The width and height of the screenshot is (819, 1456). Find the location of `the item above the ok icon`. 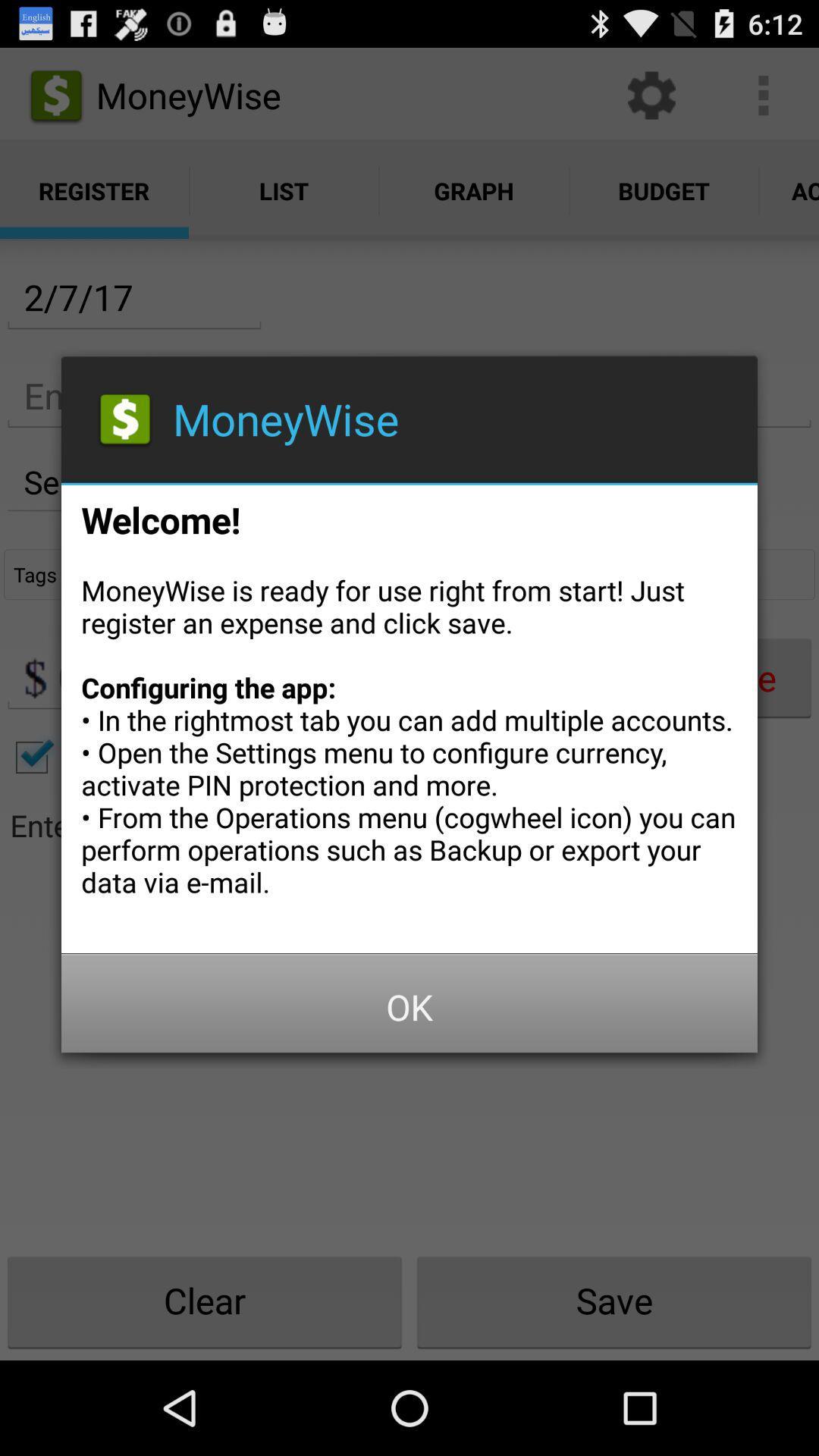

the item above the ok icon is located at coordinates (409, 713).